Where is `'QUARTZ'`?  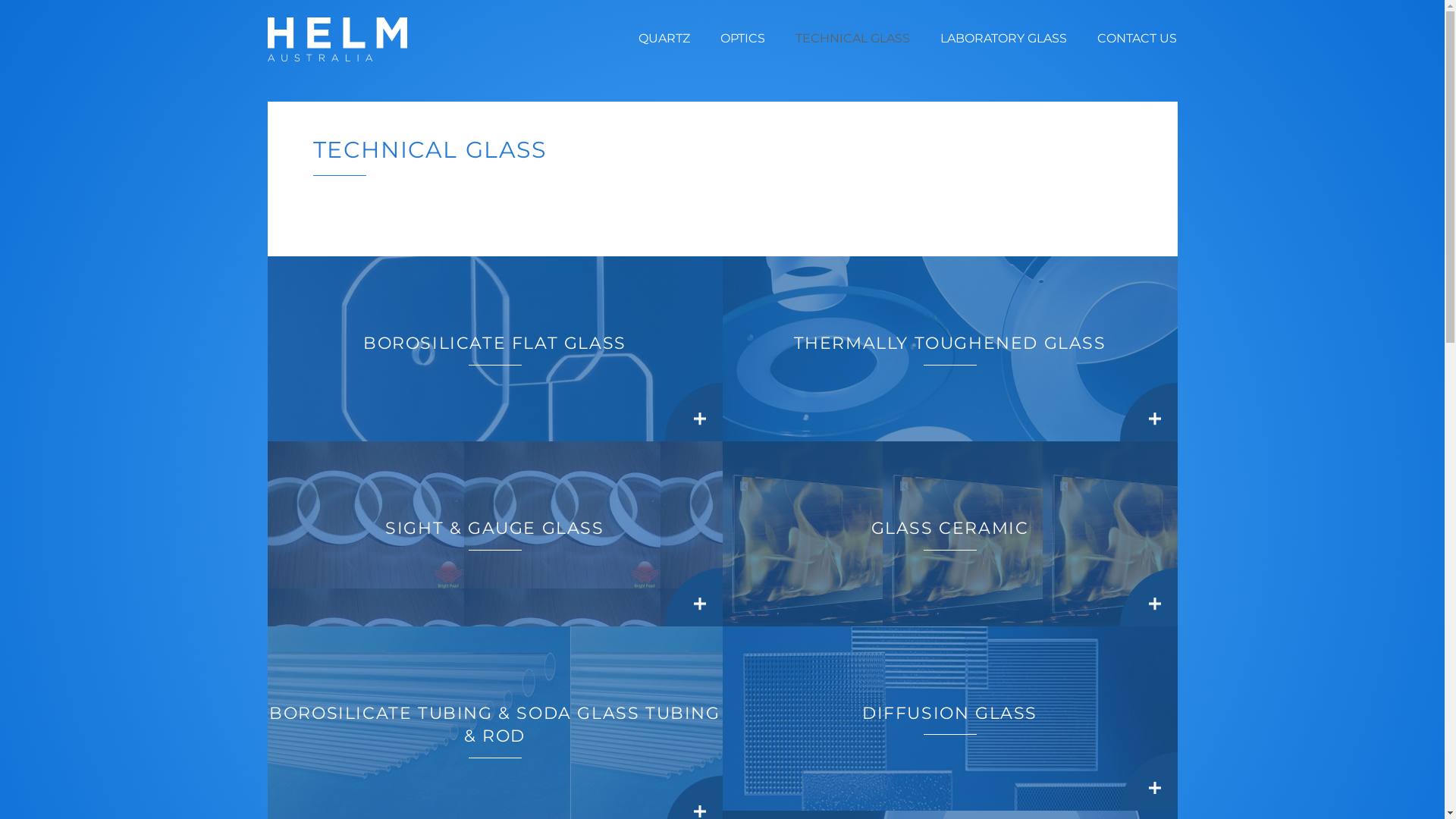 'QUARTZ' is located at coordinates (664, 37).